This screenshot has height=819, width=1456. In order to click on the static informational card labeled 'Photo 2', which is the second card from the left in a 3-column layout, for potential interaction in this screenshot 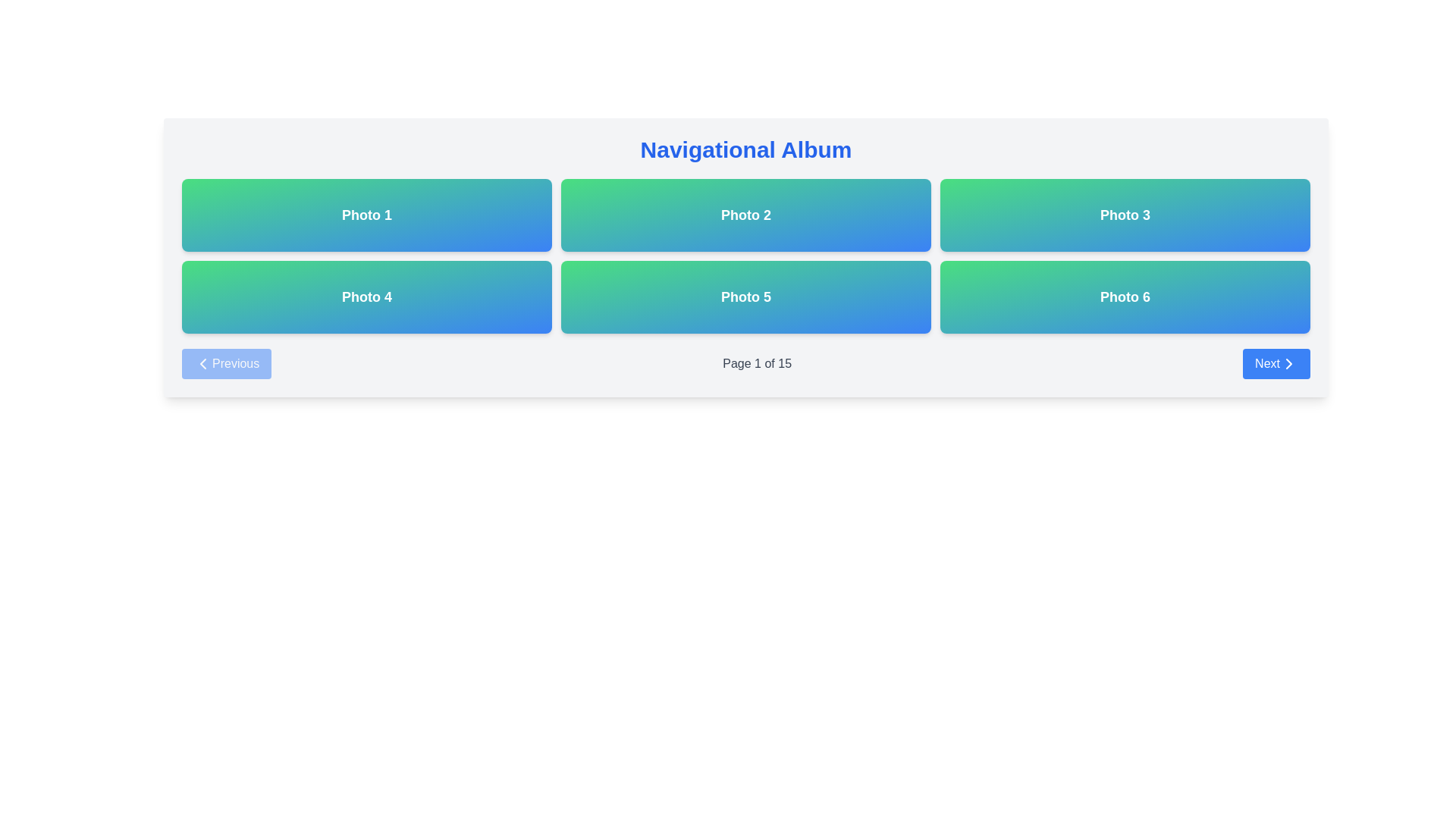, I will do `click(745, 215)`.